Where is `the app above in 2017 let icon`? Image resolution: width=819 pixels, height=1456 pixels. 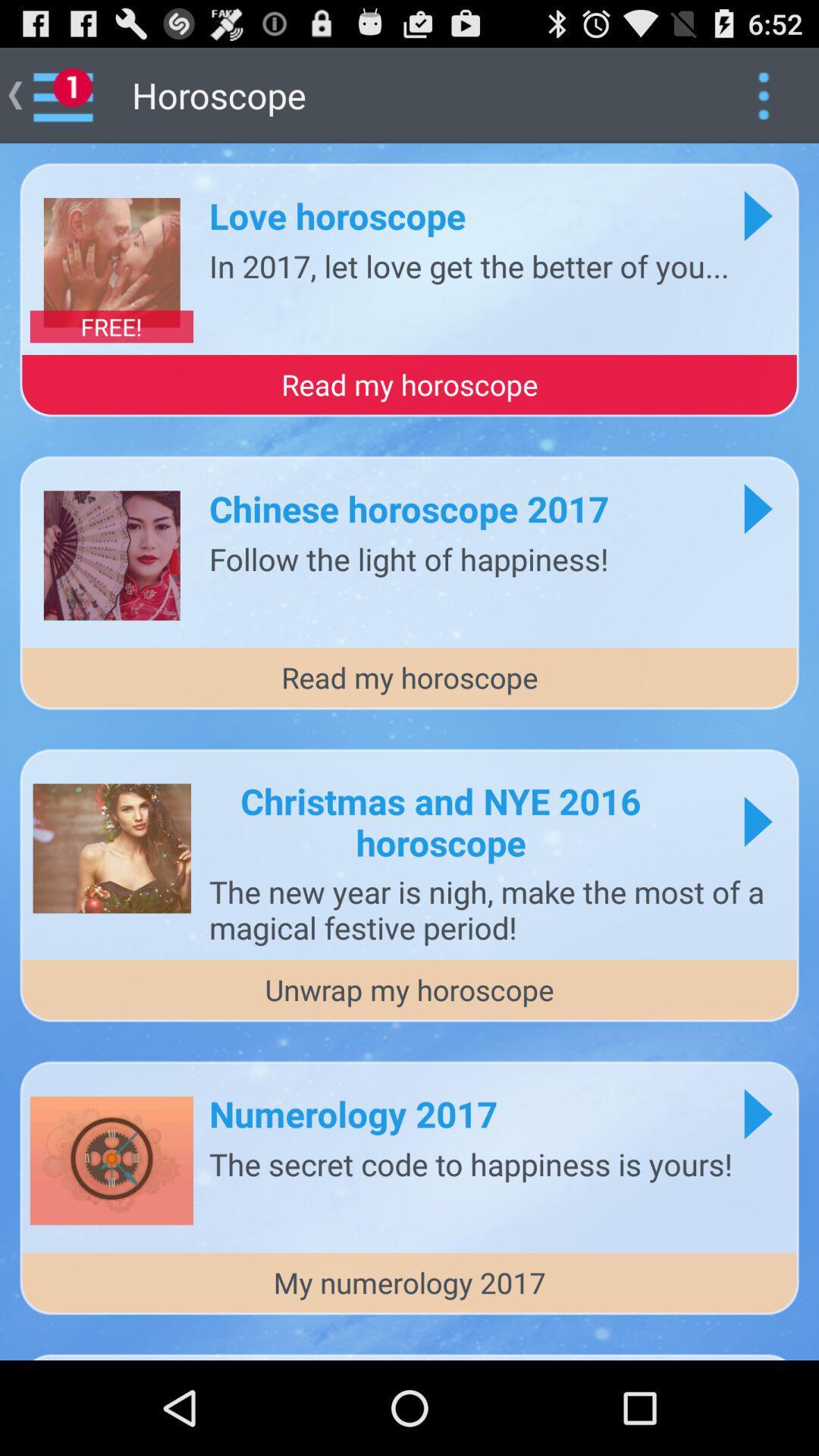 the app above in 2017 let icon is located at coordinates (337, 215).